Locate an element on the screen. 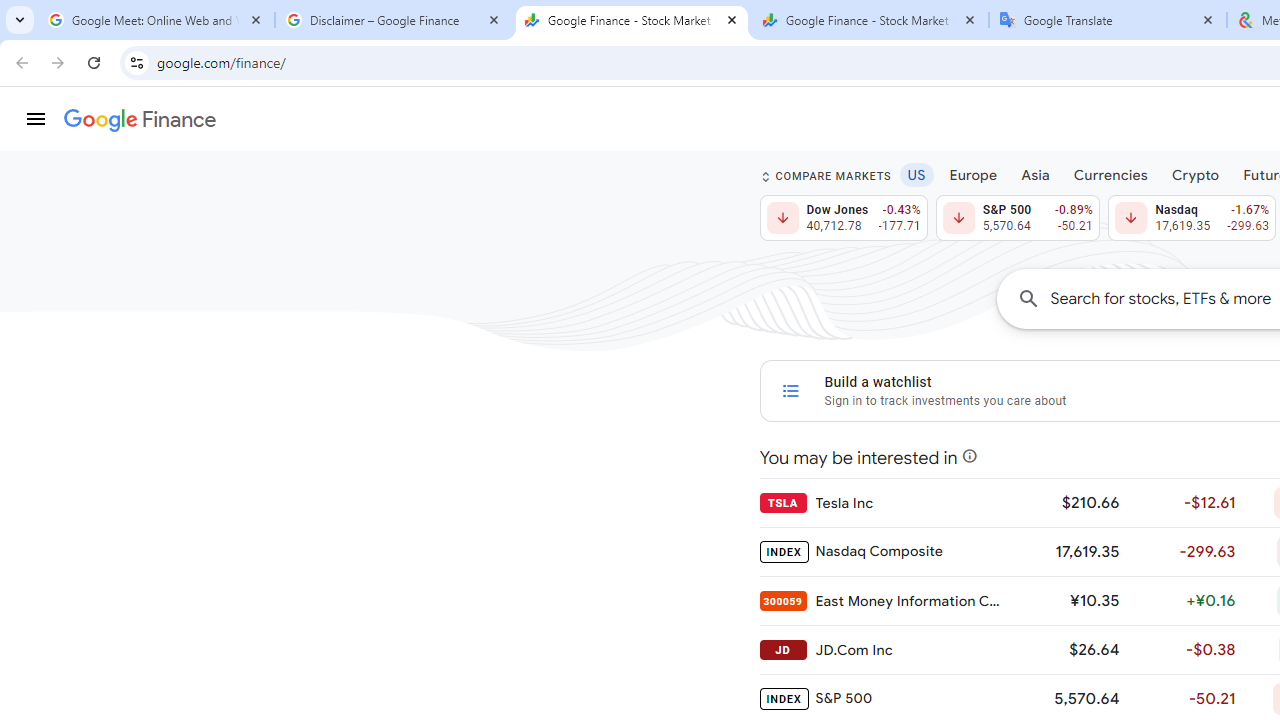  'Dow Jones 40,712.78 Down by 0.43% -177.71' is located at coordinates (843, 218).